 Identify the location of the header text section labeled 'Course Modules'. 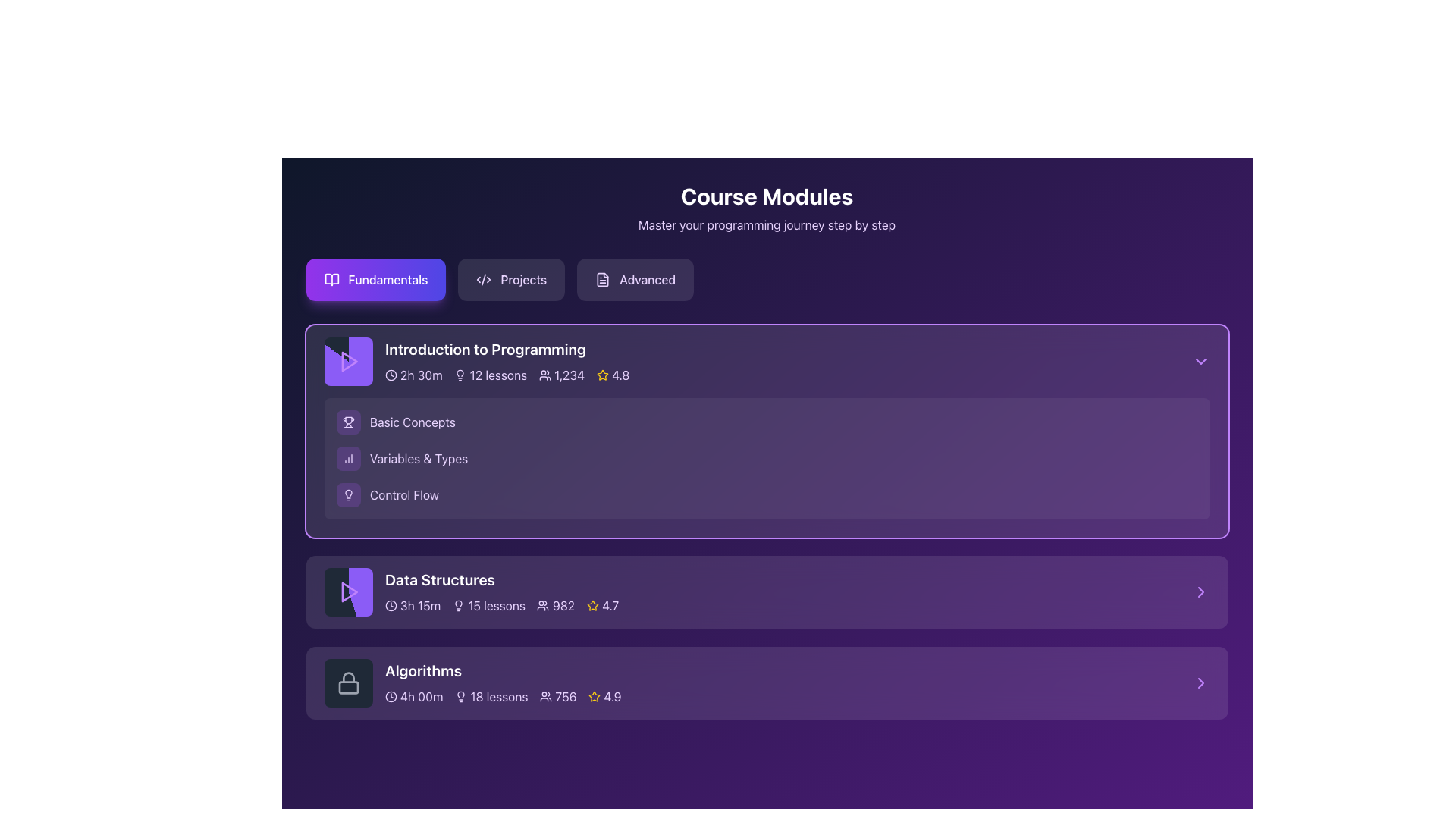
(767, 208).